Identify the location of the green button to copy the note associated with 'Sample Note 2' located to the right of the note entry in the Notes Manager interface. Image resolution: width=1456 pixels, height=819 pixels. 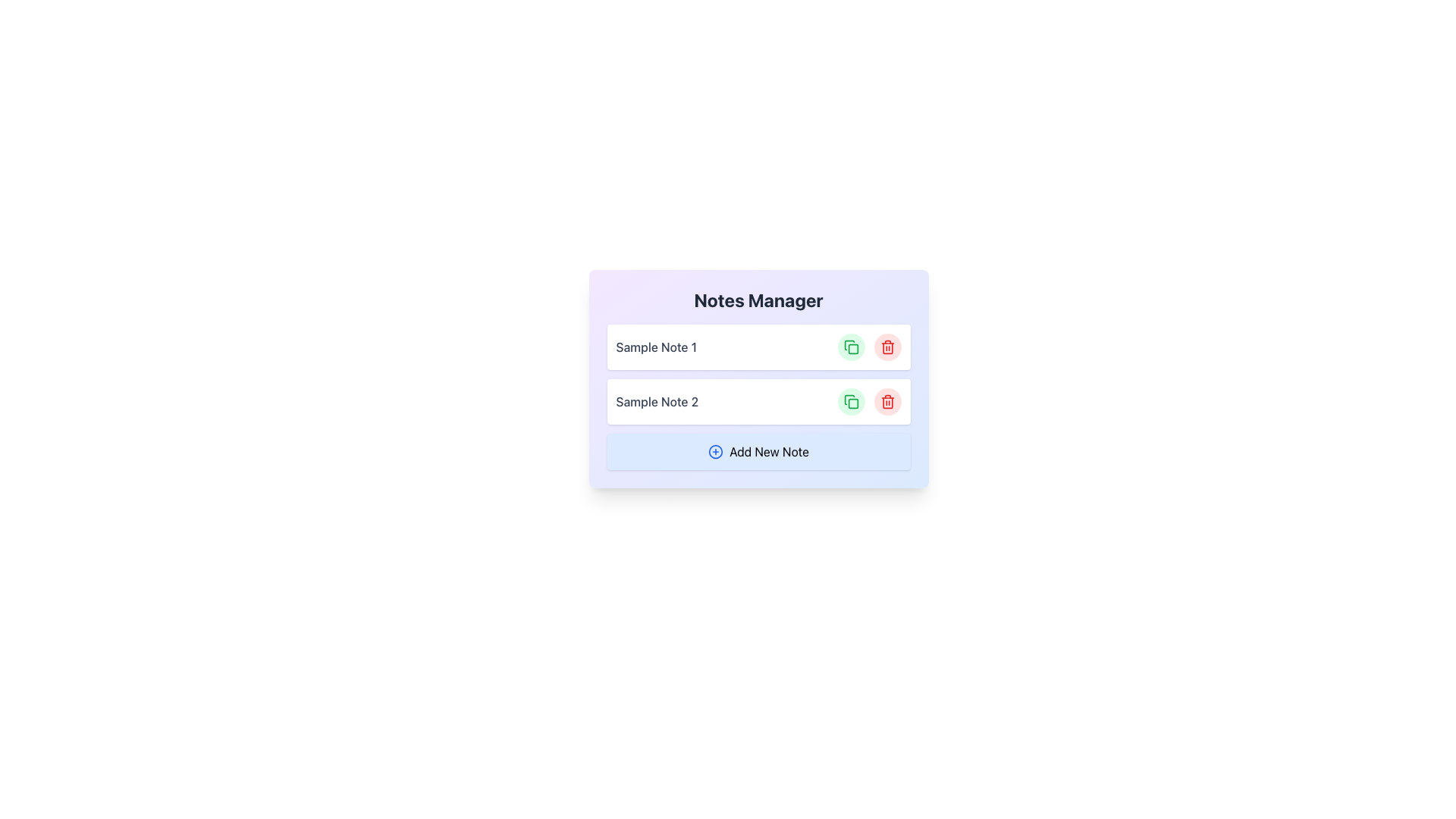
(869, 400).